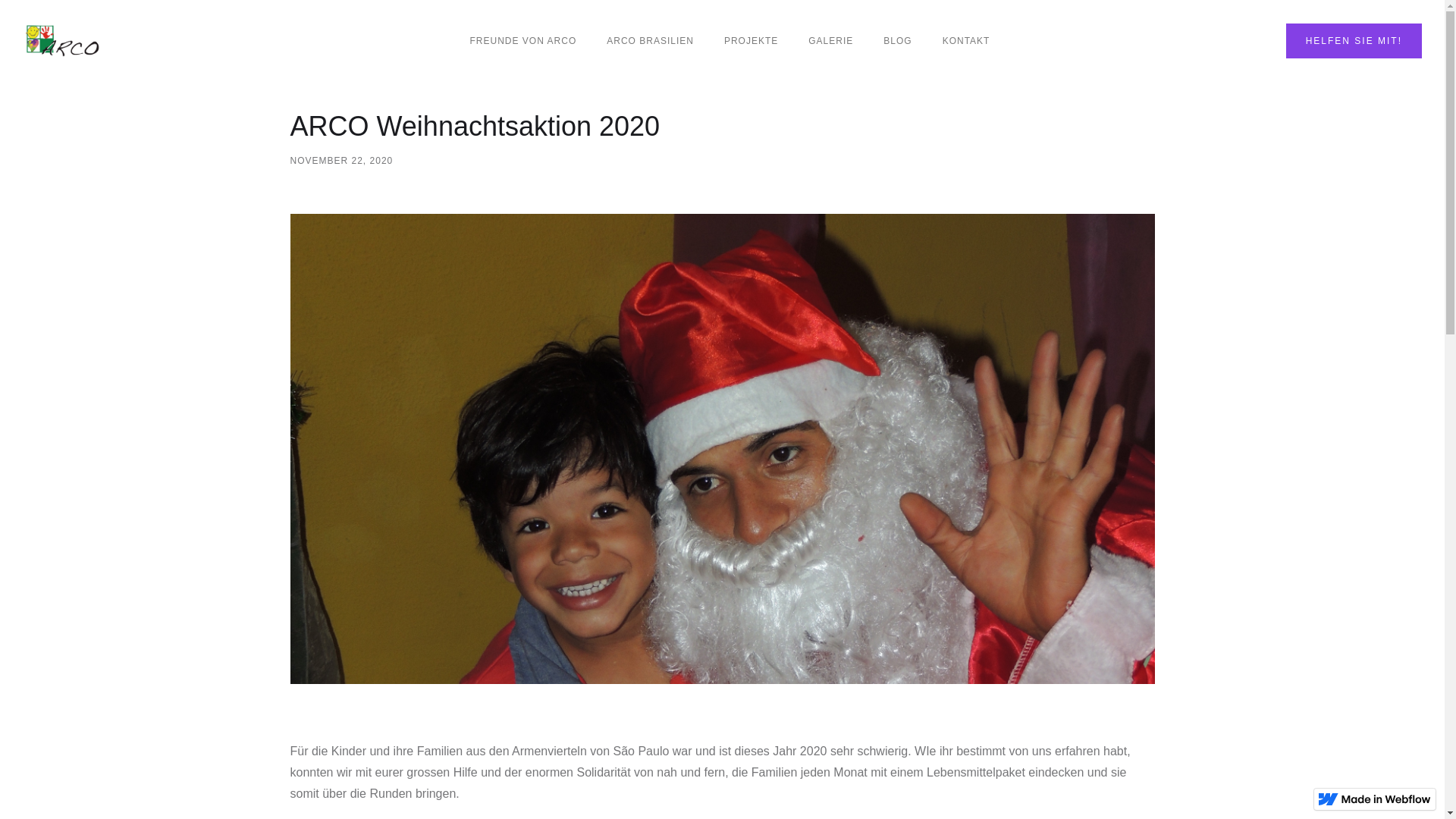 Image resolution: width=1456 pixels, height=819 pixels. I want to click on 'PROJEKTE', so click(751, 40).